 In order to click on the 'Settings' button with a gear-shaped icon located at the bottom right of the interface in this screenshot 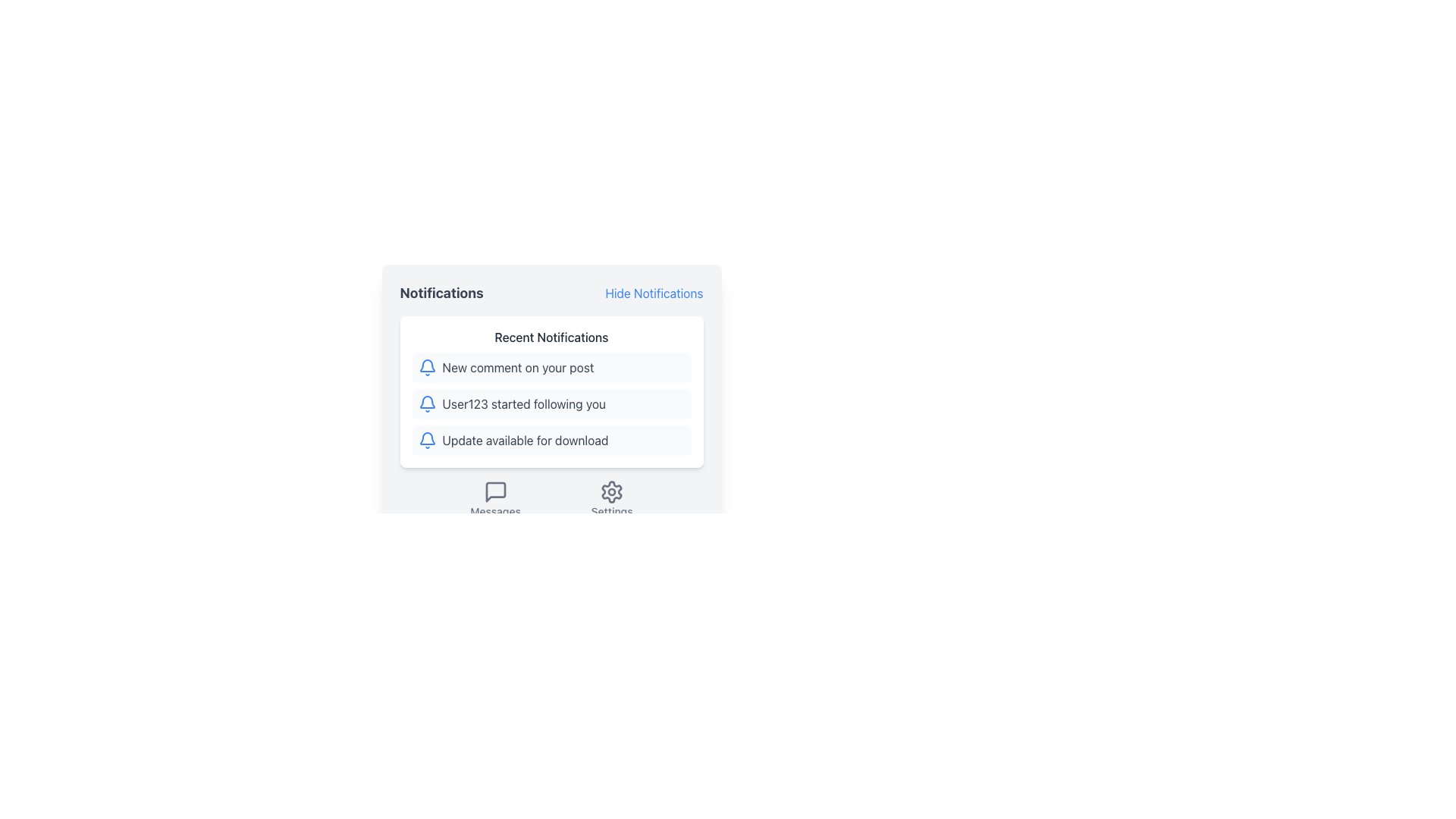, I will do `click(612, 500)`.